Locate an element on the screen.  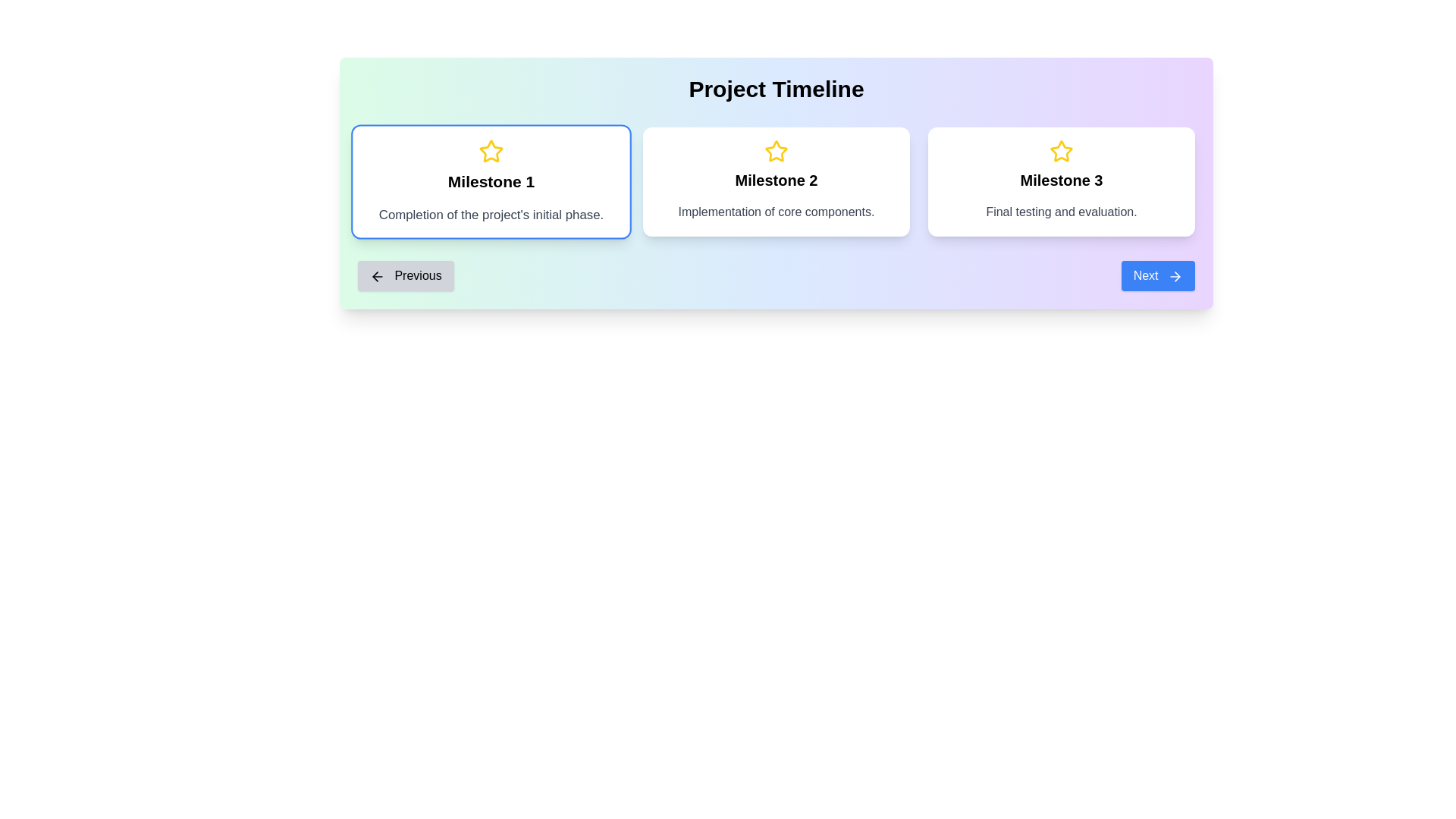
the first milestone card in the project timeline is located at coordinates (491, 180).